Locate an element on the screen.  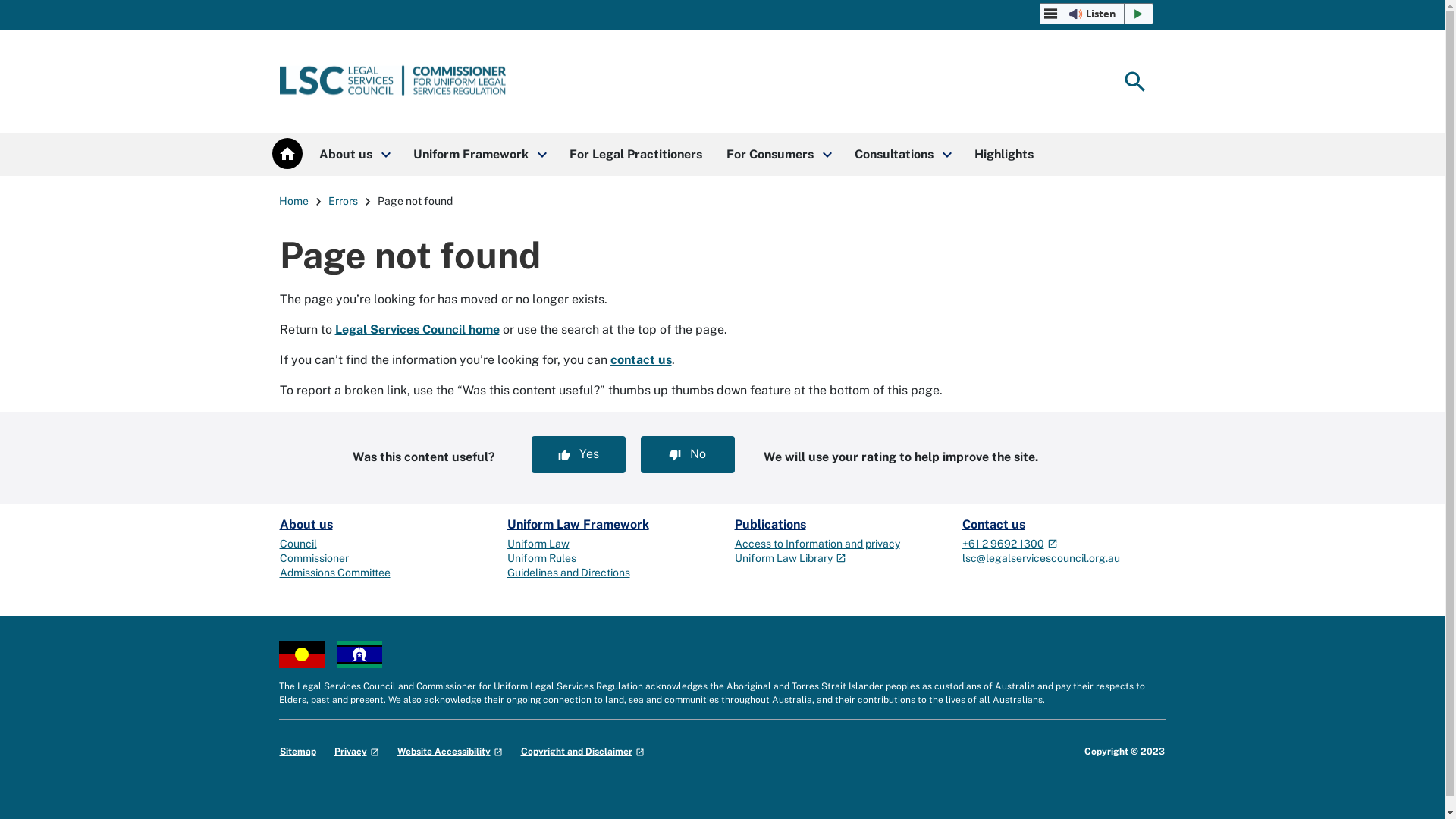
'Commissioner' is located at coordinates (312, 558).